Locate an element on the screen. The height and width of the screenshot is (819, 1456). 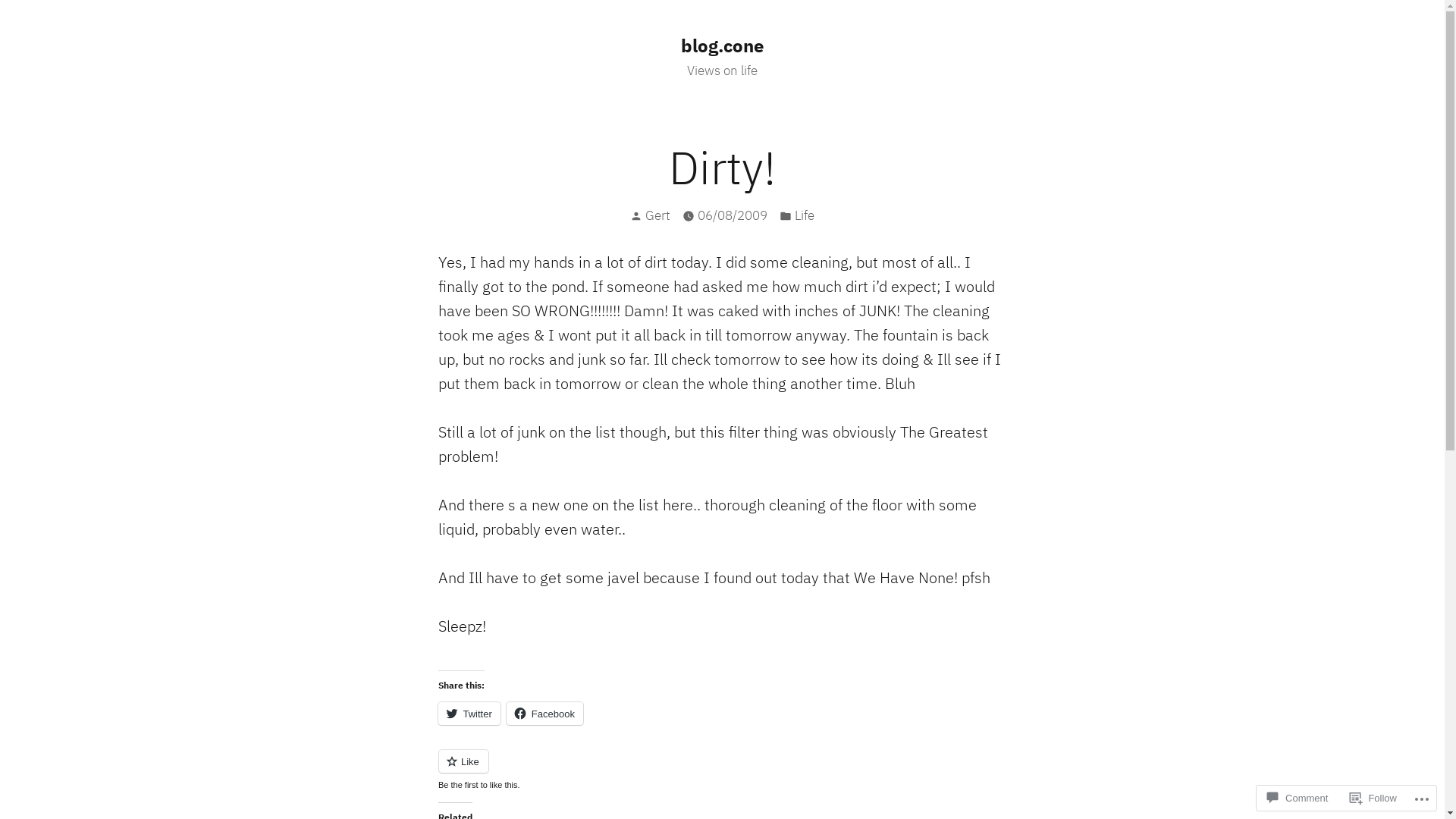
'06/08/2009' is located at coordinates (732, 215).